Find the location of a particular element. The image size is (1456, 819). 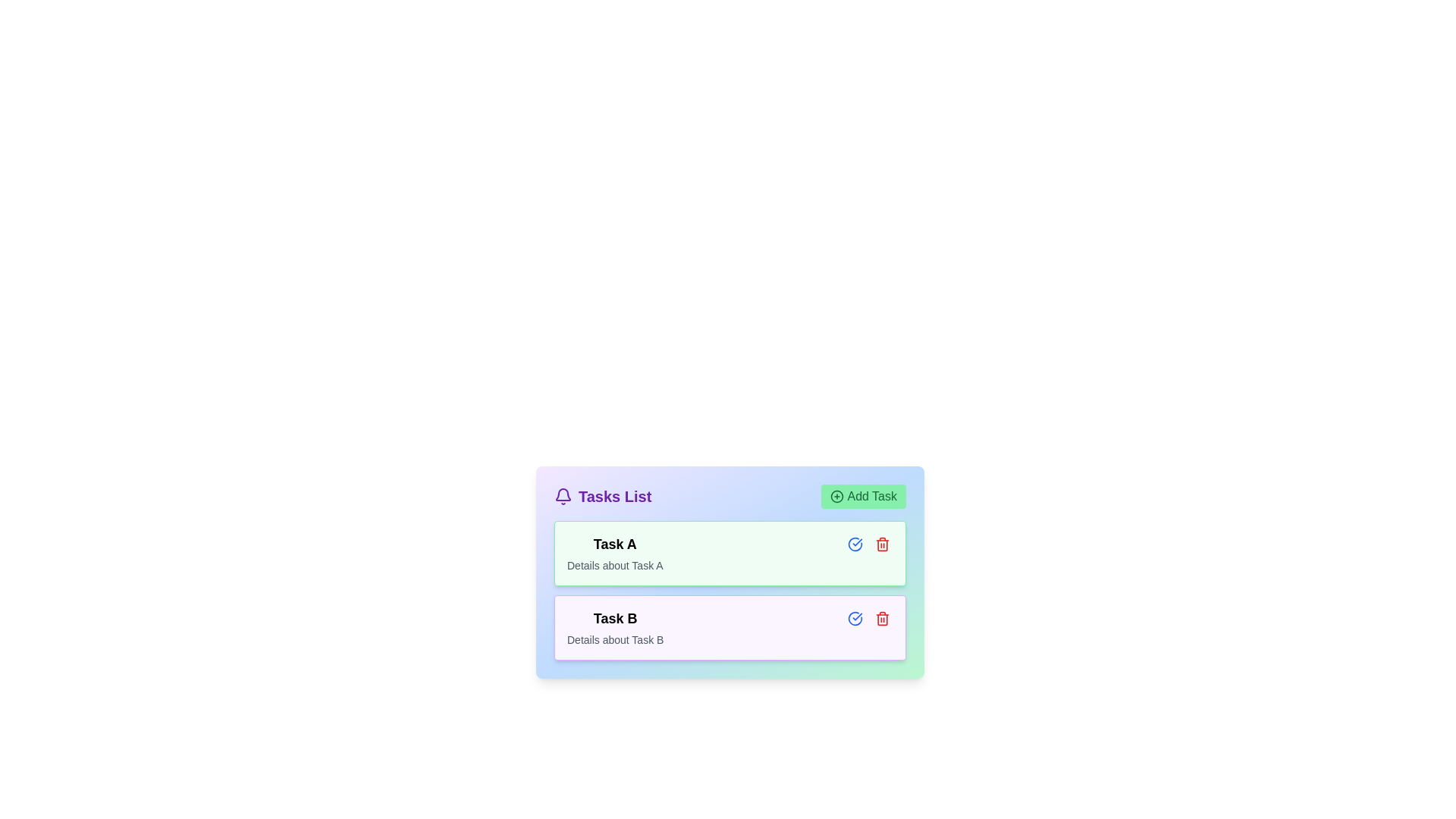

the delete icon located in the compact control panel is located at coordinates (869, 543).